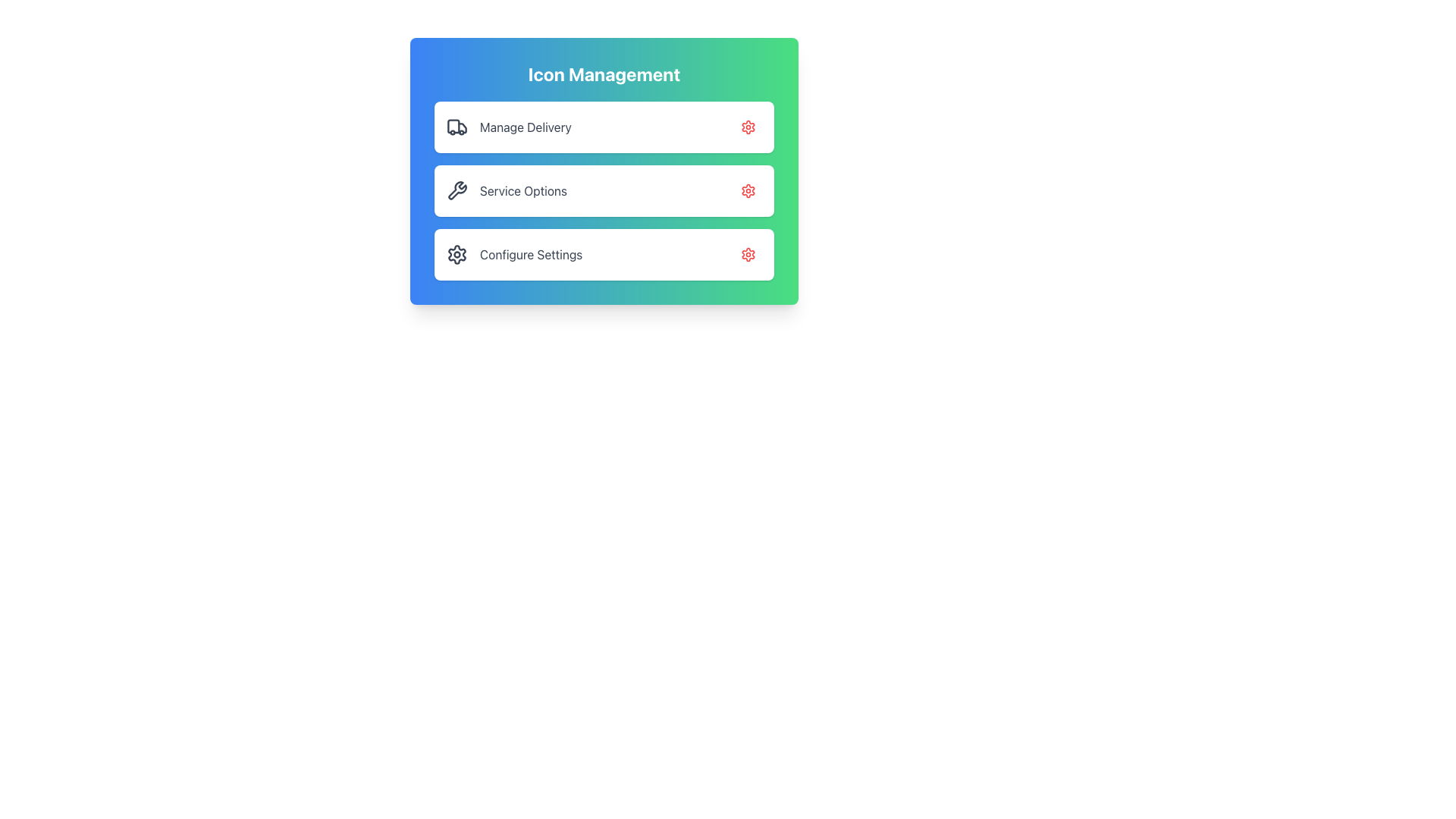 This screenshot has height=819, width=1456. What do you see at coordinates (514, 253) in the screenshot?
I see `the clickable list item representing a configurable option in the 'Icon Management' section, located below 'Manage Delivery' and 'Service Options'` at bounding box center [514, 253].